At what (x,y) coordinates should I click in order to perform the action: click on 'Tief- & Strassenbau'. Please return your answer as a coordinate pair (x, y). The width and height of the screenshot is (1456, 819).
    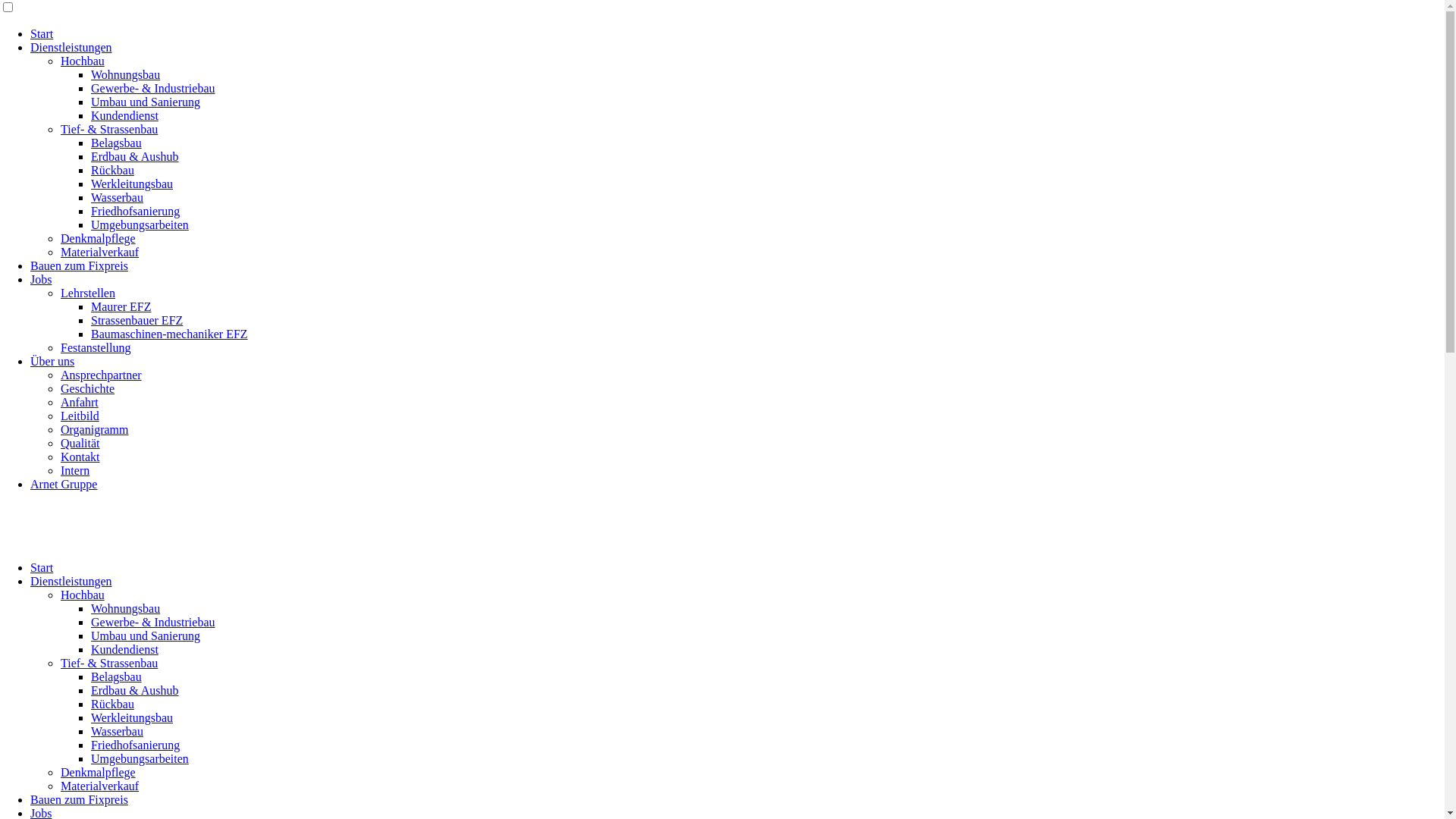
    Looking at the image, I should click on (108, 662).